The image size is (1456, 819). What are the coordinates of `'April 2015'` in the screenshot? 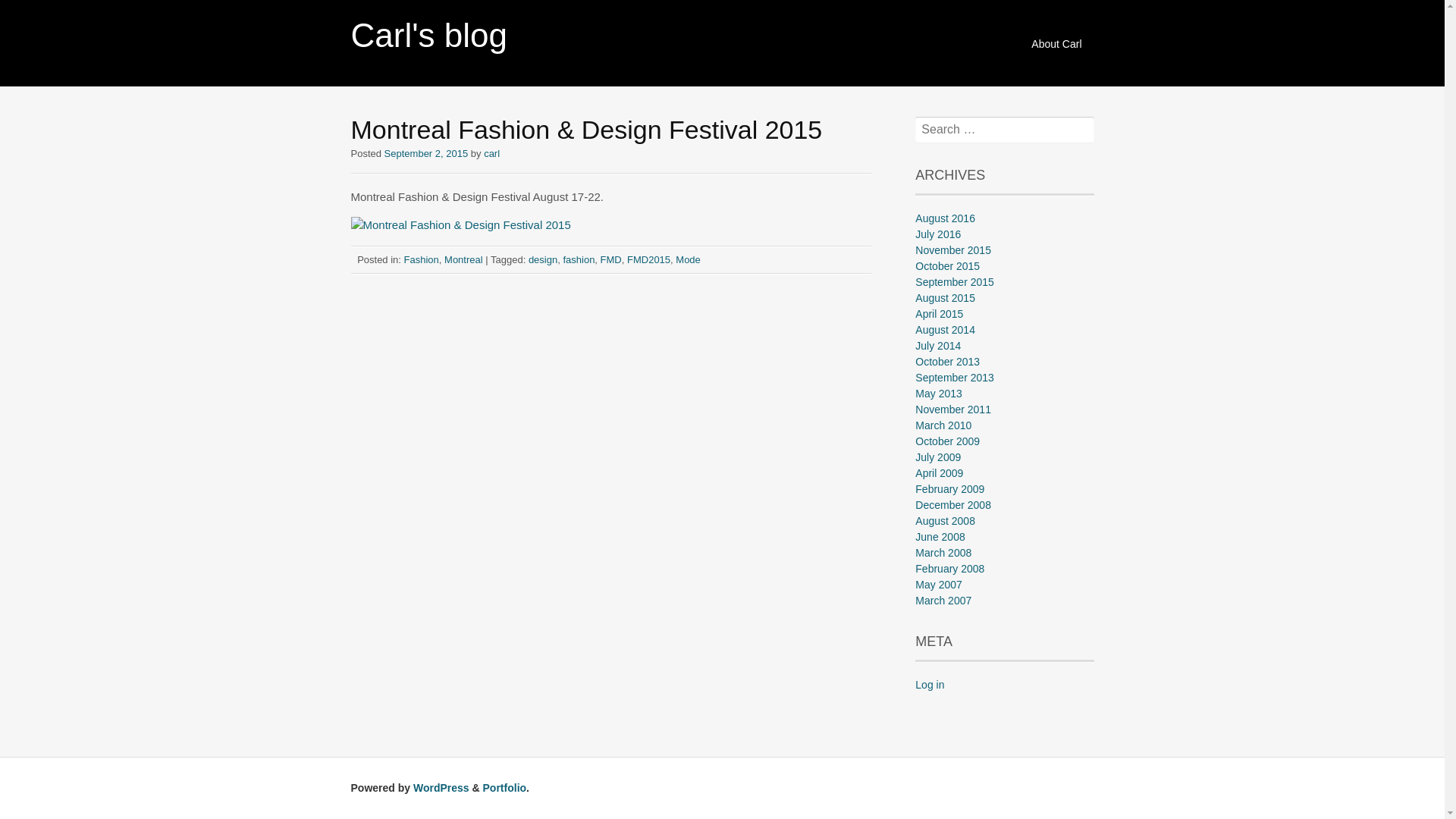 It's located at (938, 312).